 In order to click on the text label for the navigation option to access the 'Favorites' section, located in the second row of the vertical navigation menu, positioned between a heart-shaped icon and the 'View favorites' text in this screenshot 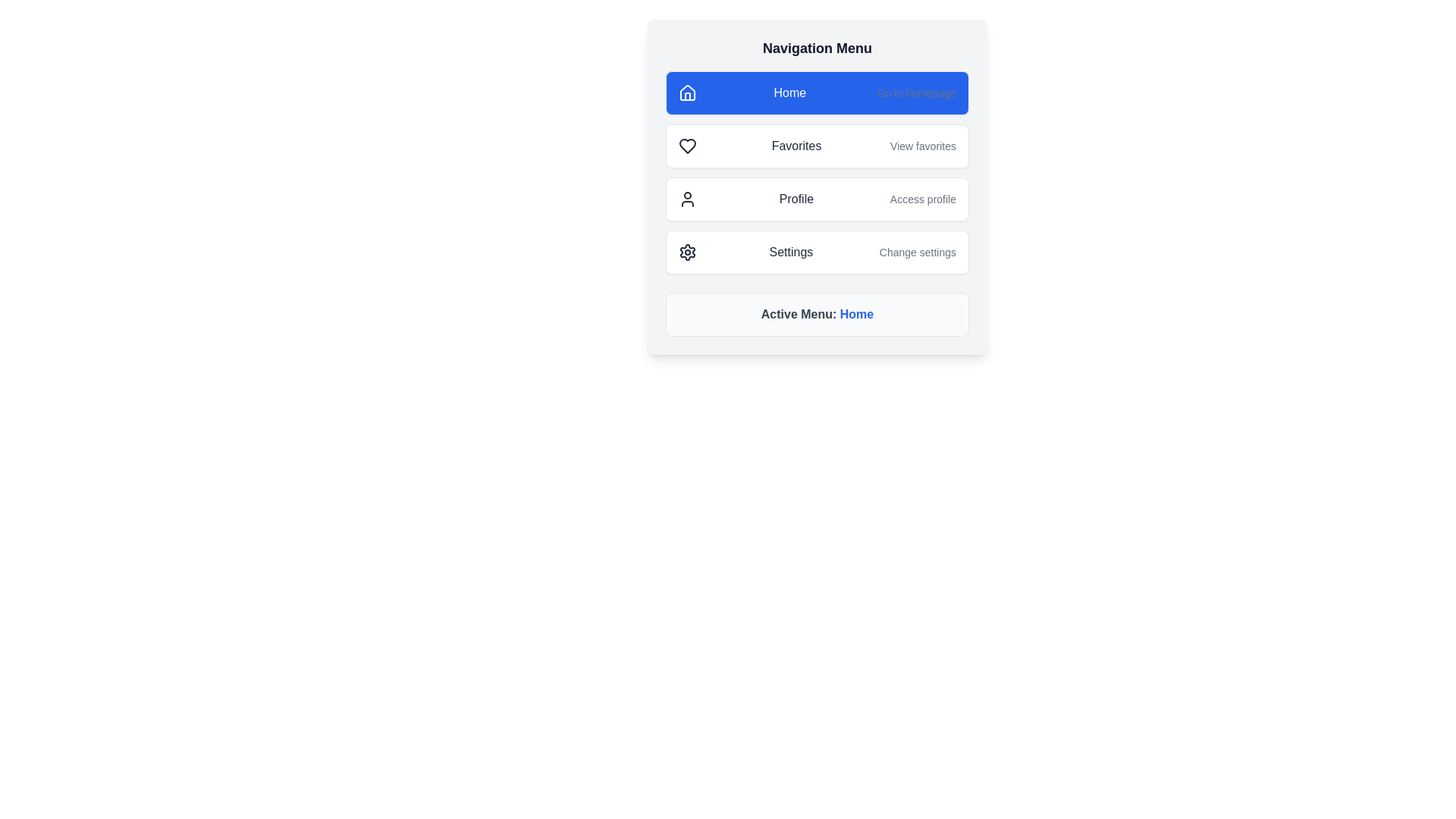, I will do `click(795, 146)`.